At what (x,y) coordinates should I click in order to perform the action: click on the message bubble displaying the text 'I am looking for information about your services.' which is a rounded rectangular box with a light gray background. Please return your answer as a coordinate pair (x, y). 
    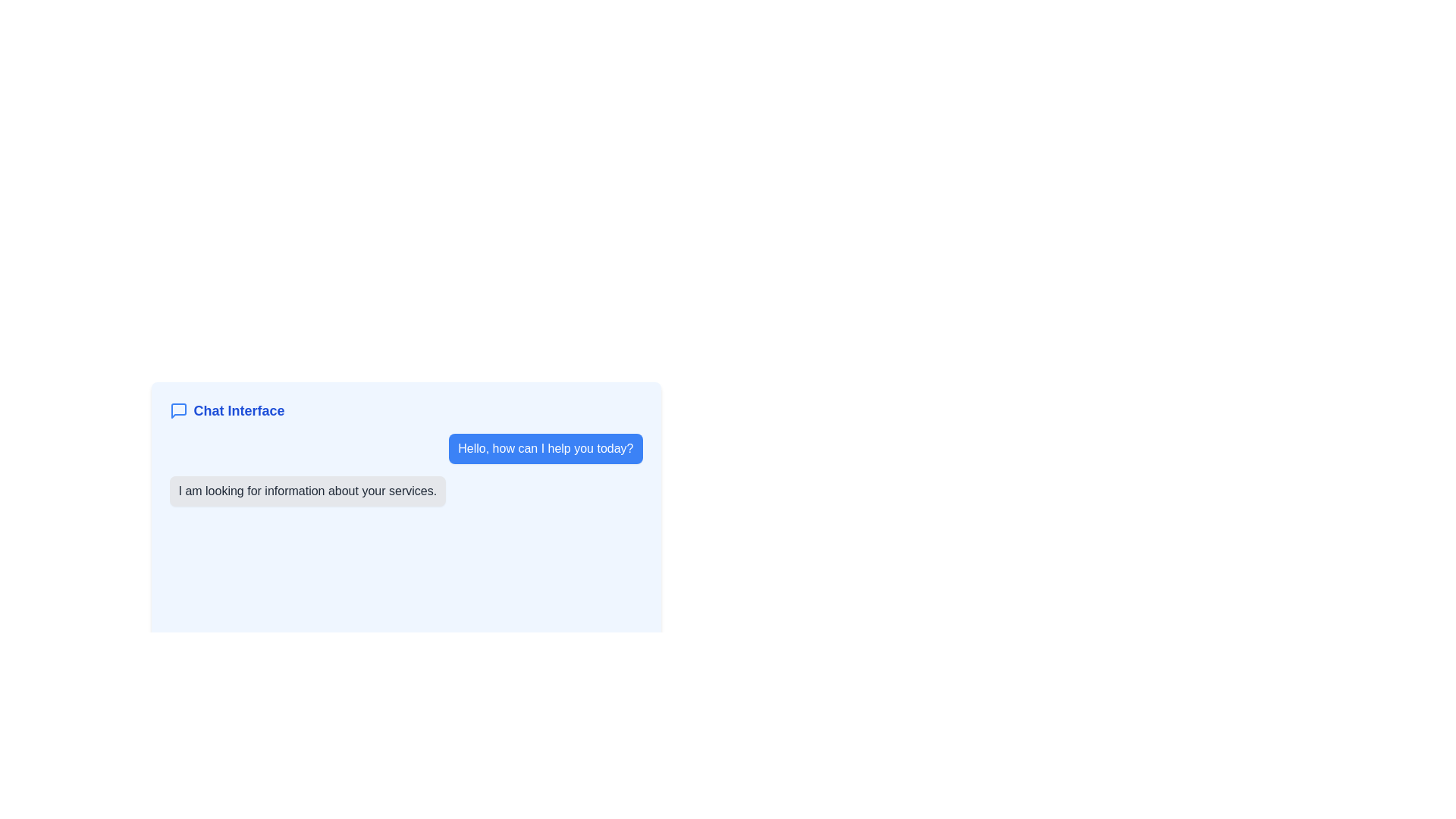
    Looking at the image, I should click on (406, 497).